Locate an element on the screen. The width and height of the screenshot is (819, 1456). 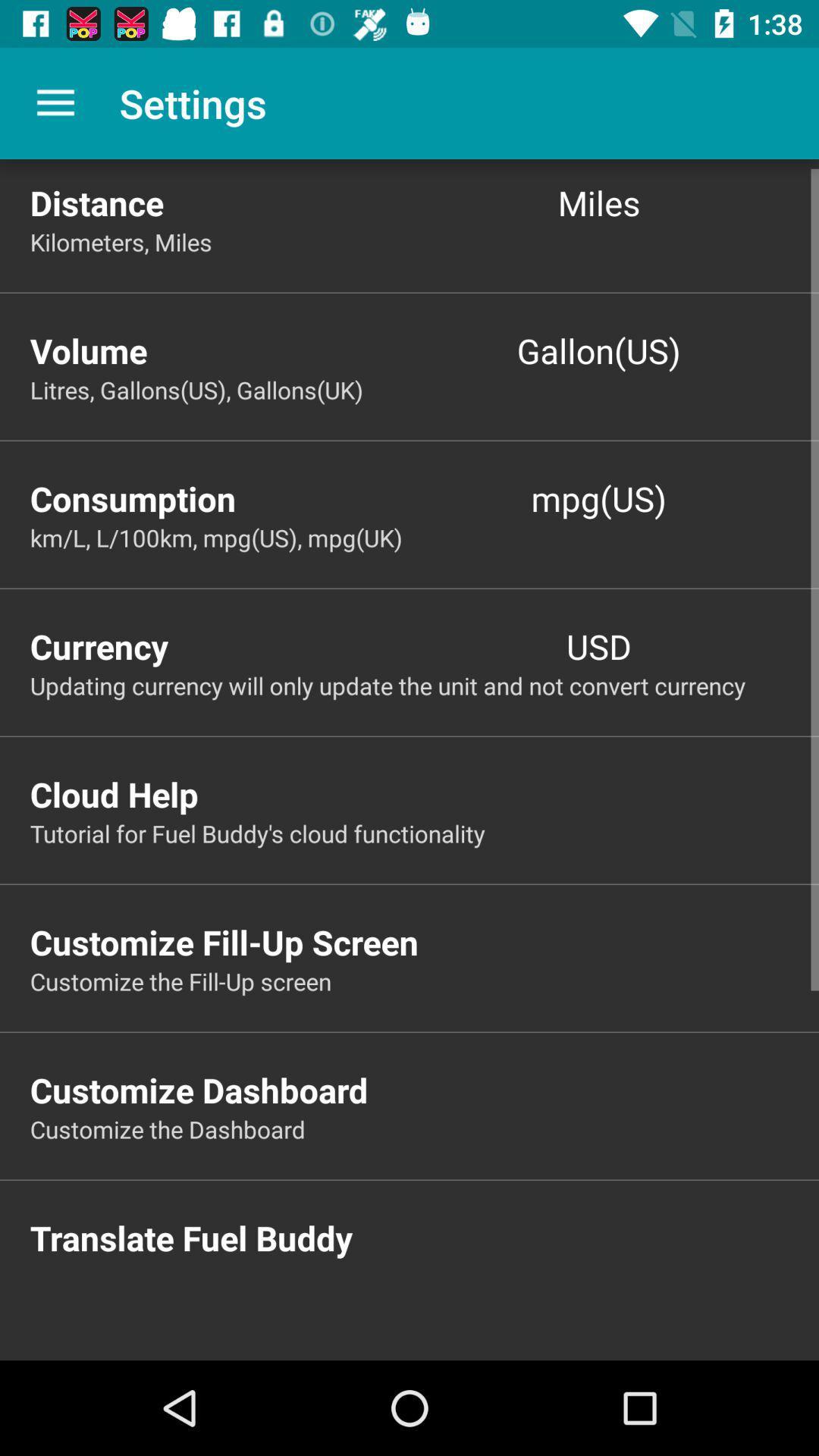
the cloud help item is located at coordinates (424, 793).